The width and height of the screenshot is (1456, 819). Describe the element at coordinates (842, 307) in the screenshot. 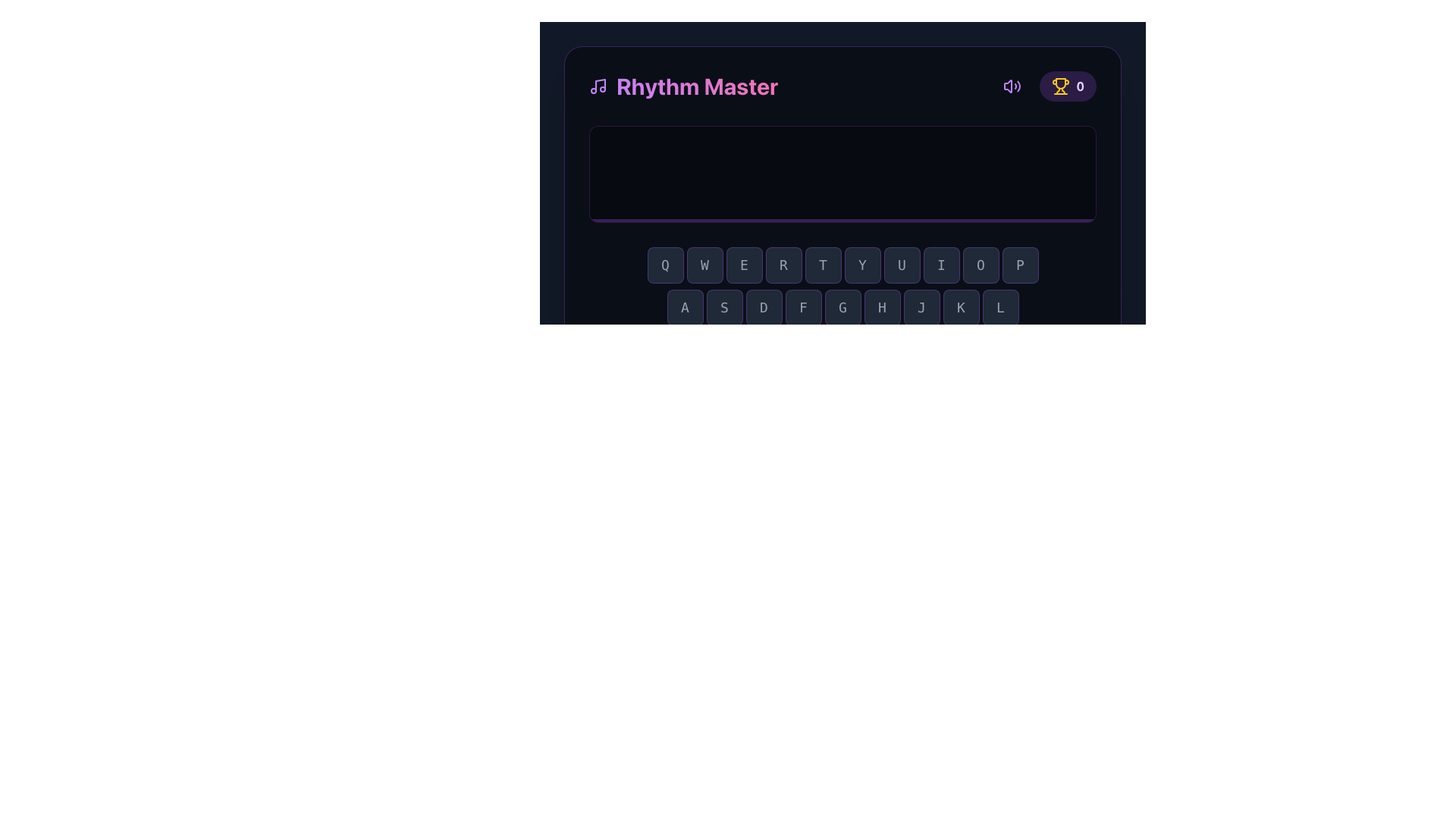

I see `the key labeled 'G', which is a rectangular button with rounded corners, gray background and light gray text, to input the letter 'G'` at that location.